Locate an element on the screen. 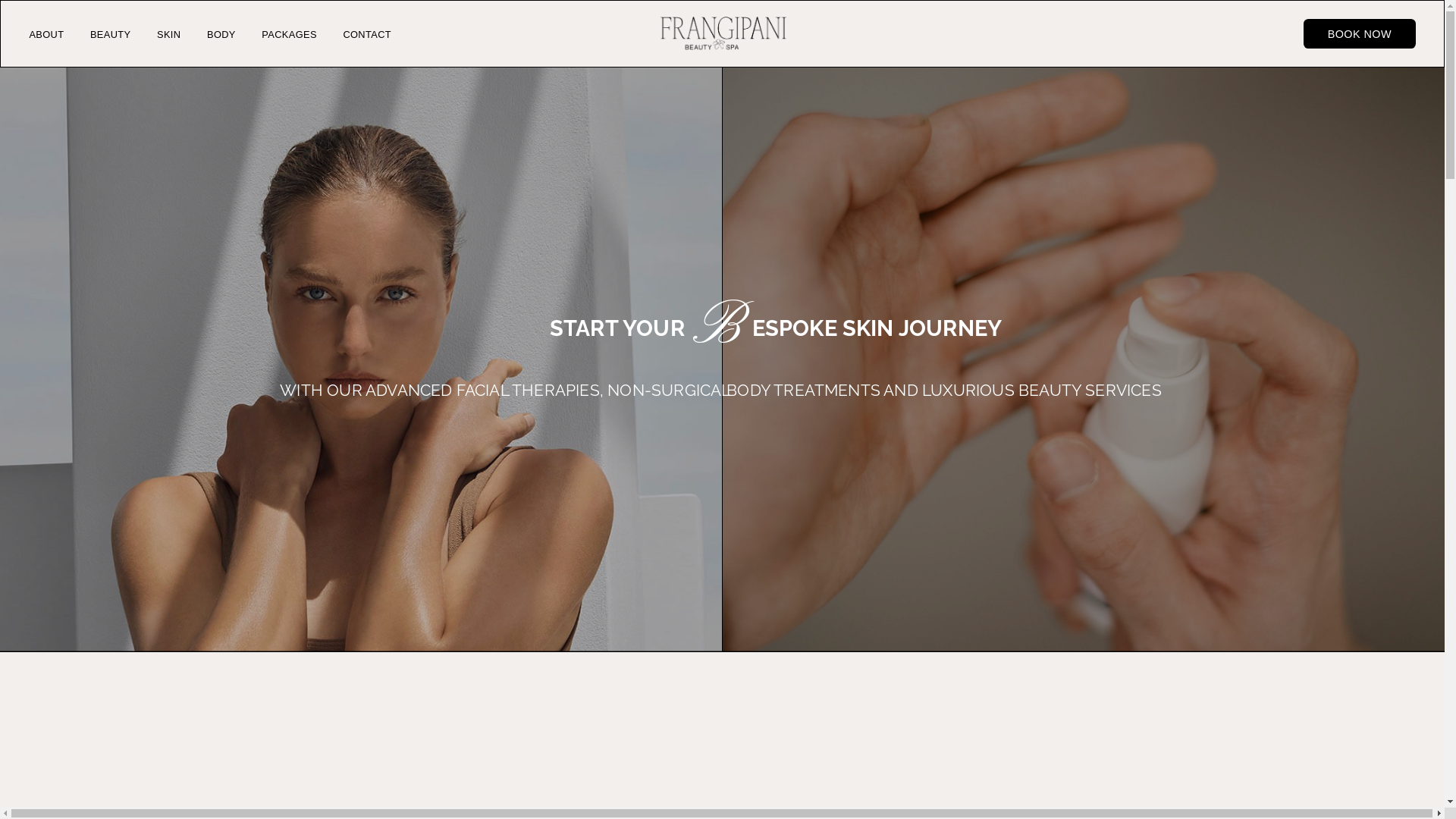 The width and height of the screenshot is (1456, 819). 'SKIN' is located at coordinates (168, 34).